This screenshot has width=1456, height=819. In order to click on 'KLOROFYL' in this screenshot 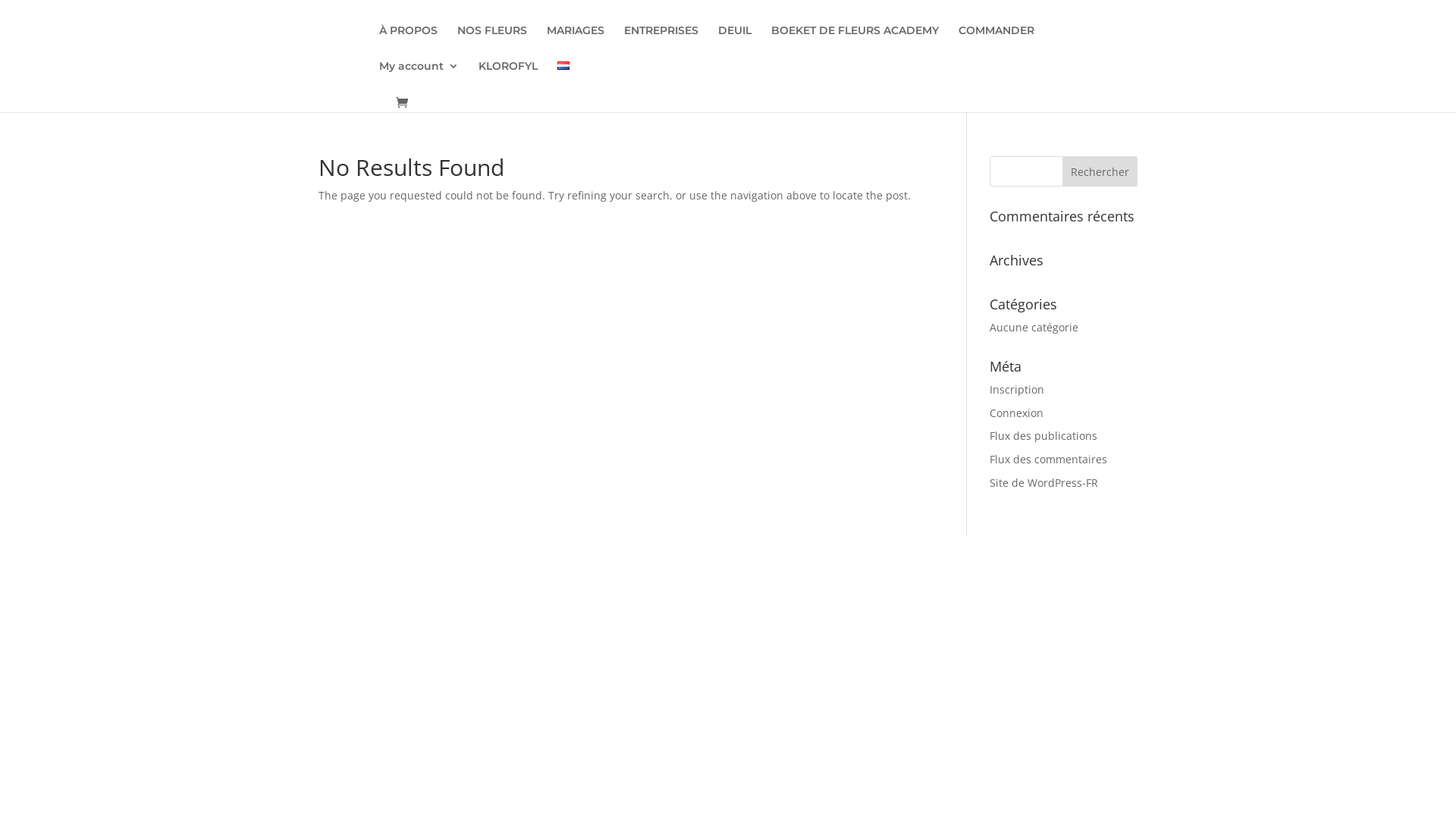, I will do `click(508, 78)`.